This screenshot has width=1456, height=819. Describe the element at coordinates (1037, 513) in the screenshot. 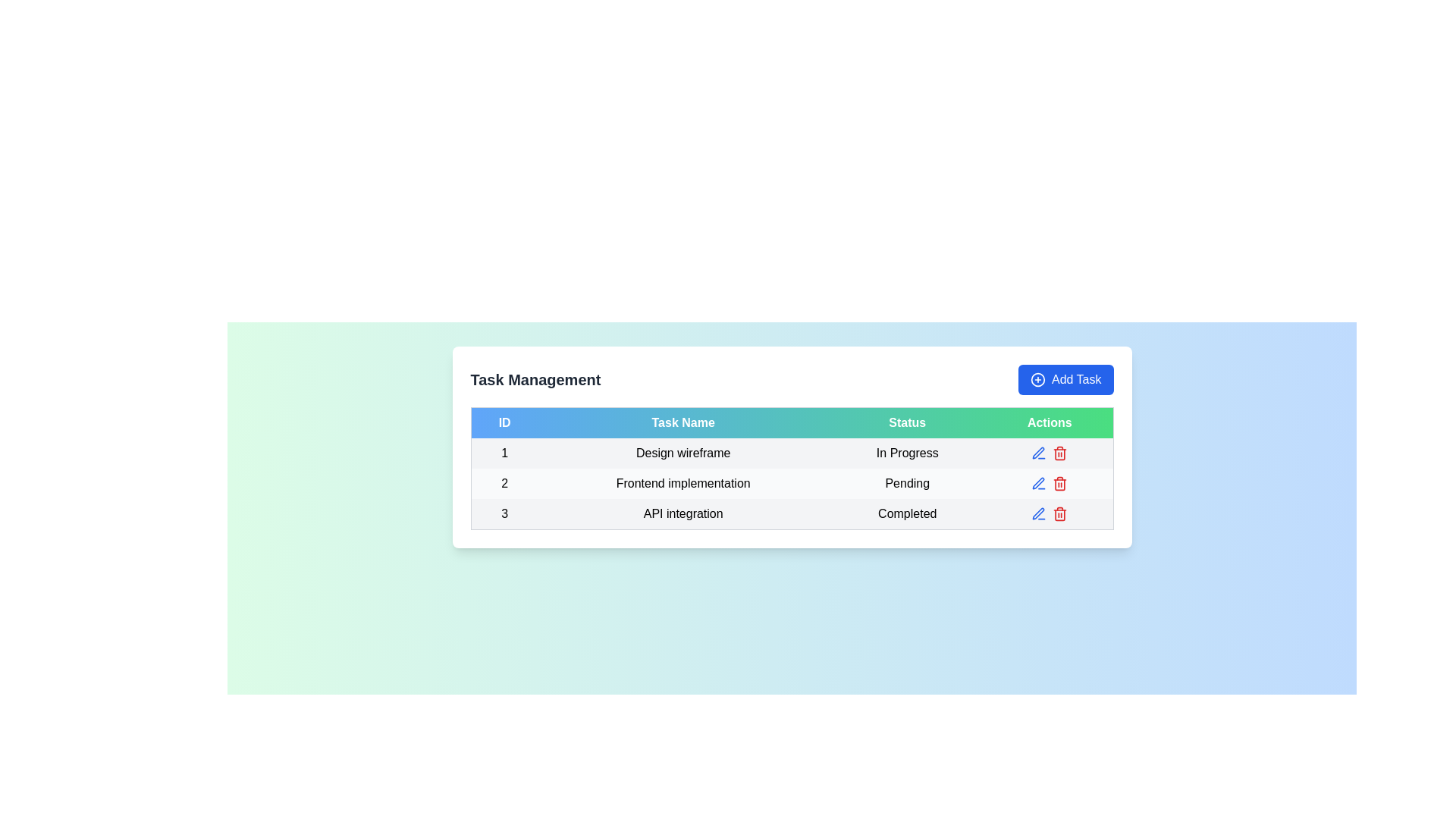

I see `the blue pen icon in the Actions column of the third row of the task table to initiate editing of the task details` at that location.